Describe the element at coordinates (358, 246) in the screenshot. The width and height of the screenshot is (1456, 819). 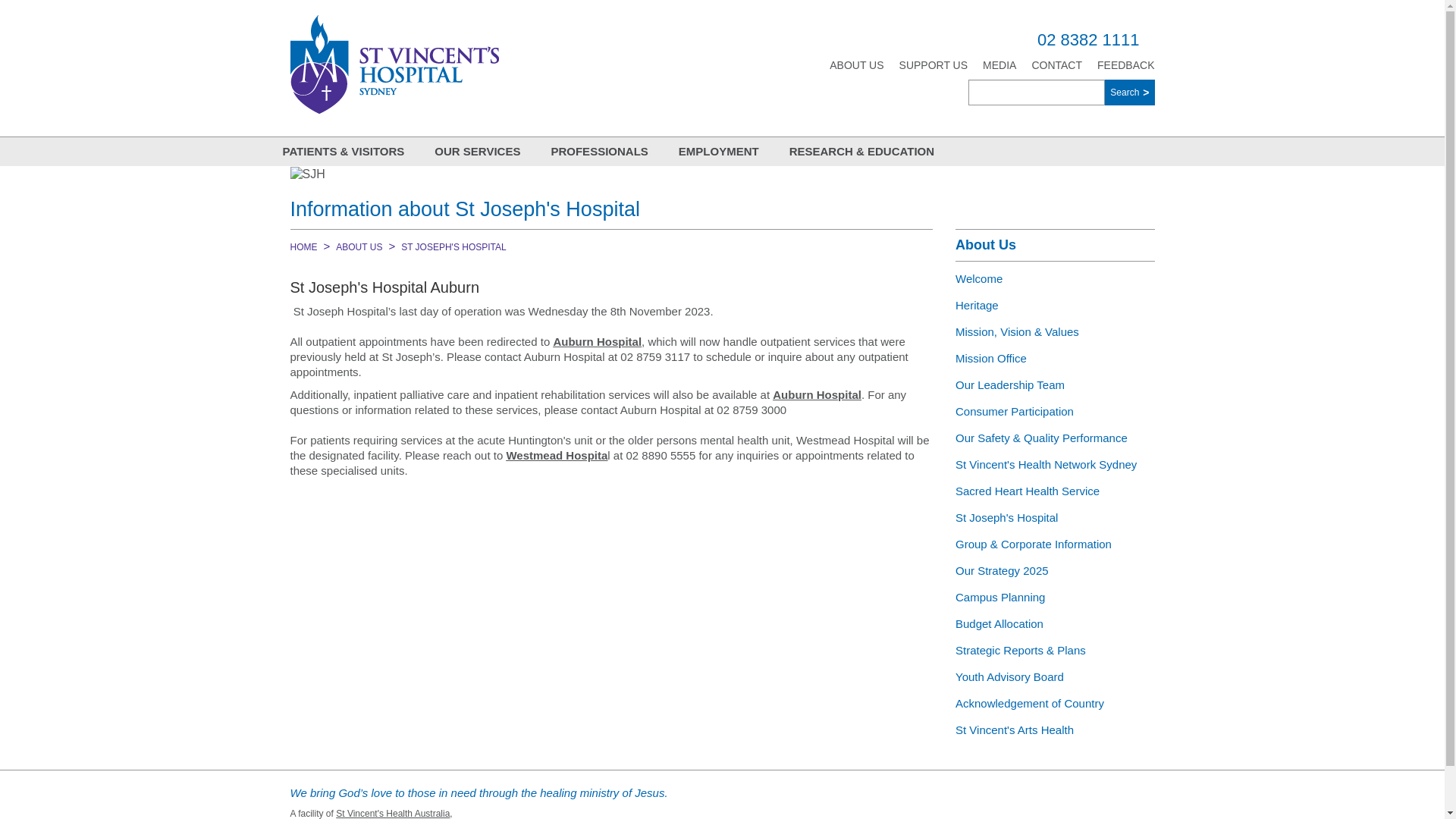
I see `'ABOUT US'` at that location.